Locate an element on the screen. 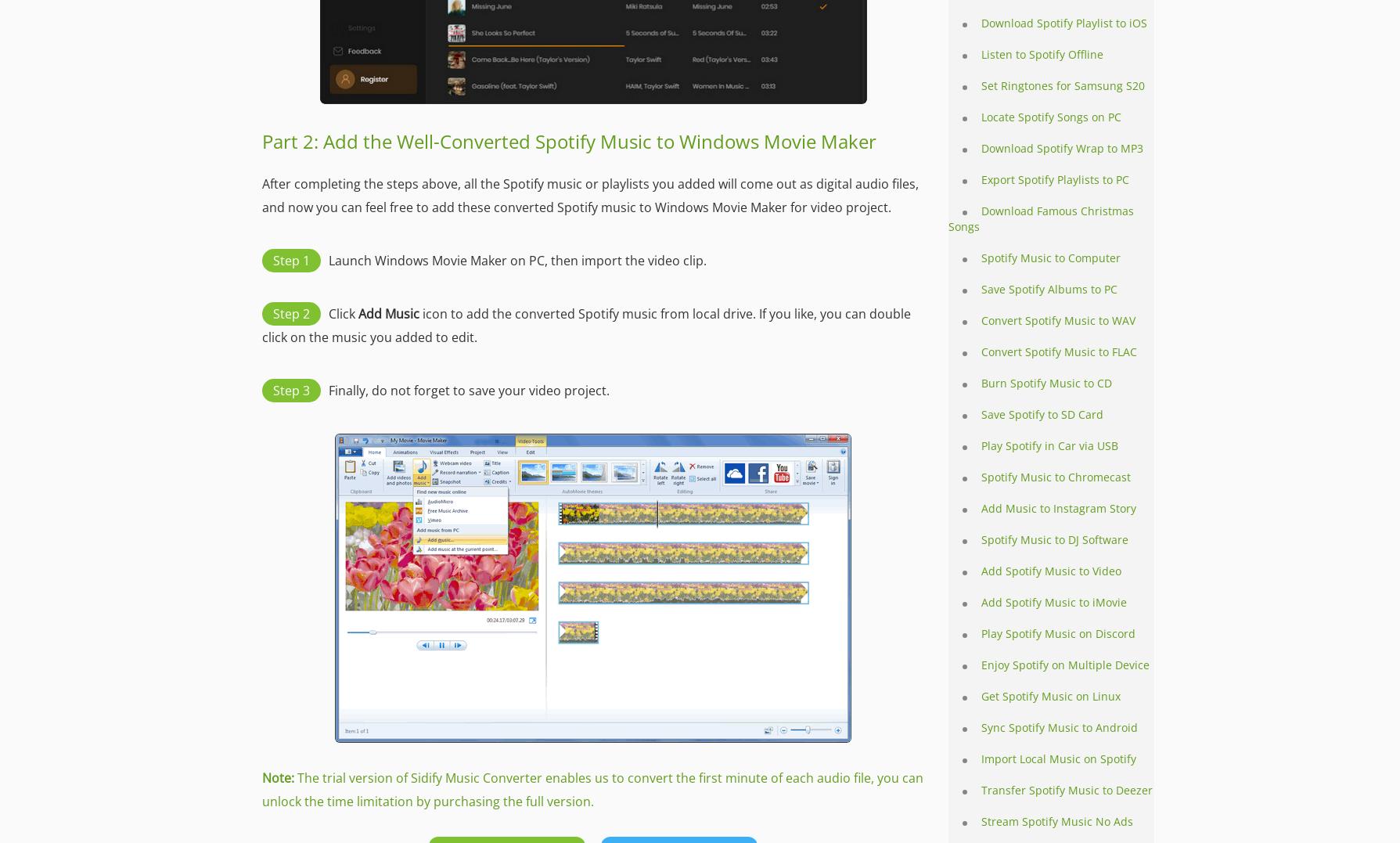 The height and width of the screenshot is (843, 1400). 'Sync Spotify Music to Android' is located at coordinates (1059, 726).